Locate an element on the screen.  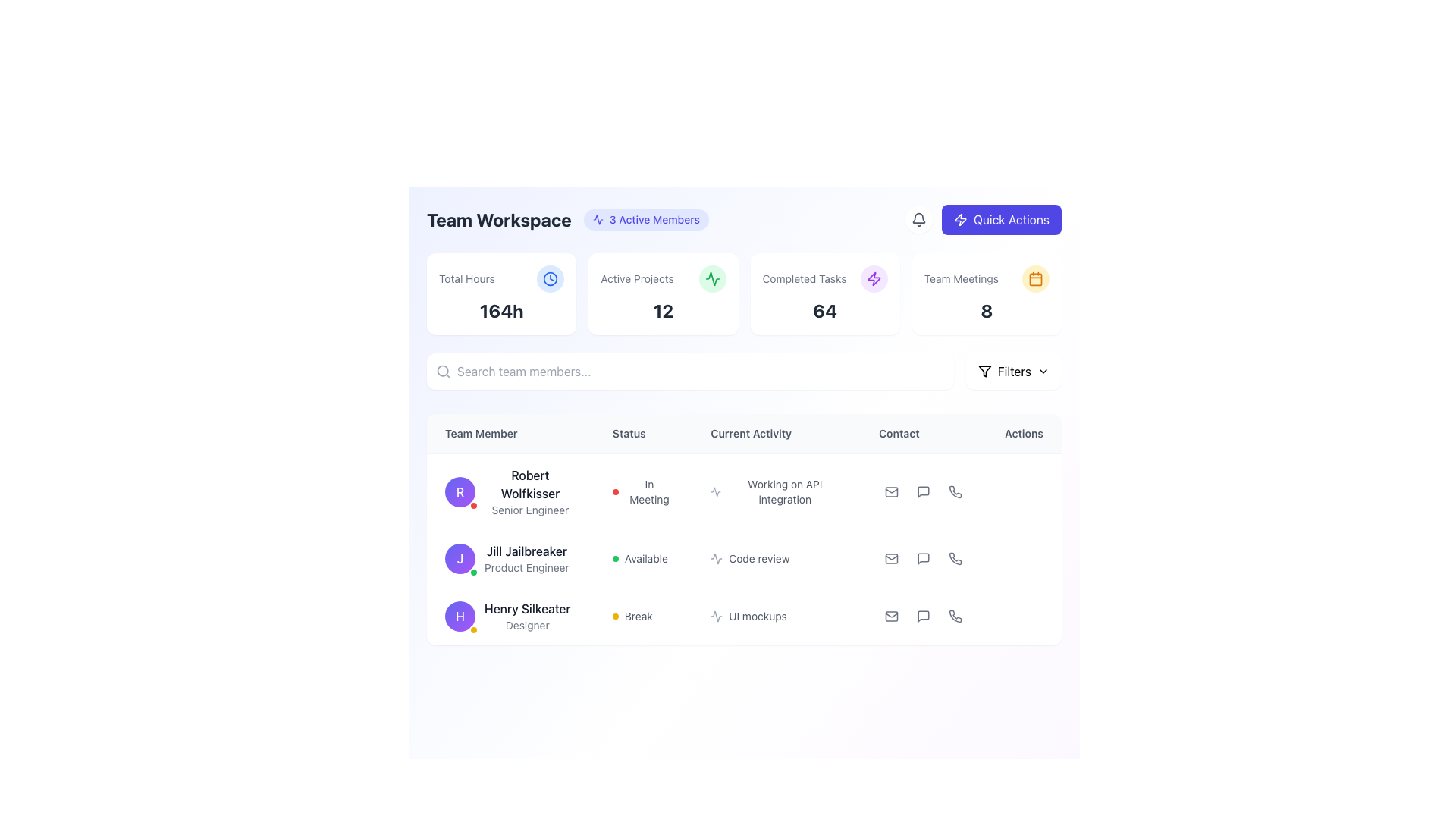
text displayed in the Text Display with Icon that shows 'Working on API integration', located in the 'Current Activity' column, aligned with 'Robert Wolfkisser' in the 'Team Member' column is located at coordinates (777, 491).